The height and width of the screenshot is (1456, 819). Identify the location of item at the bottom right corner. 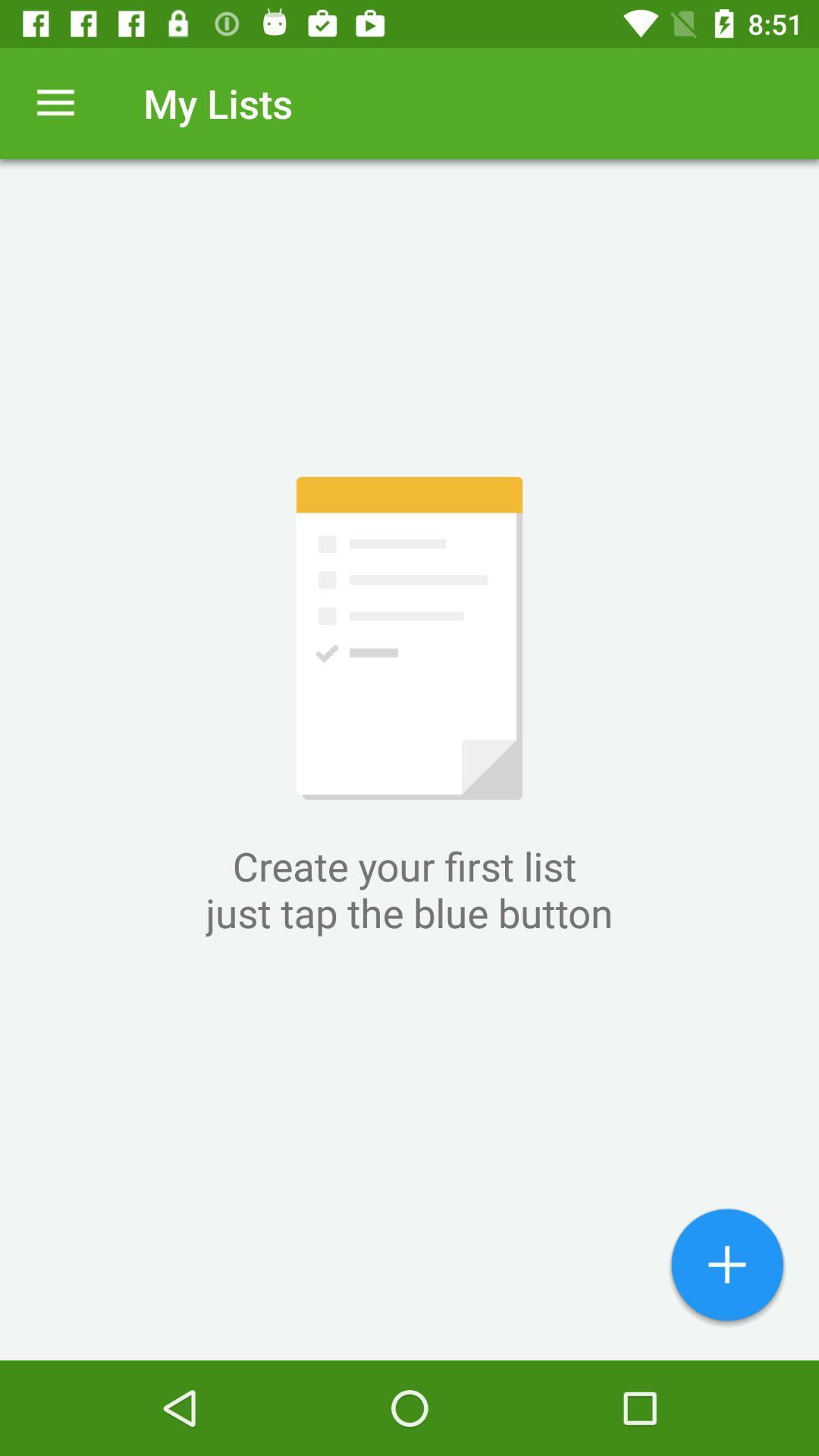
(726, 1266).